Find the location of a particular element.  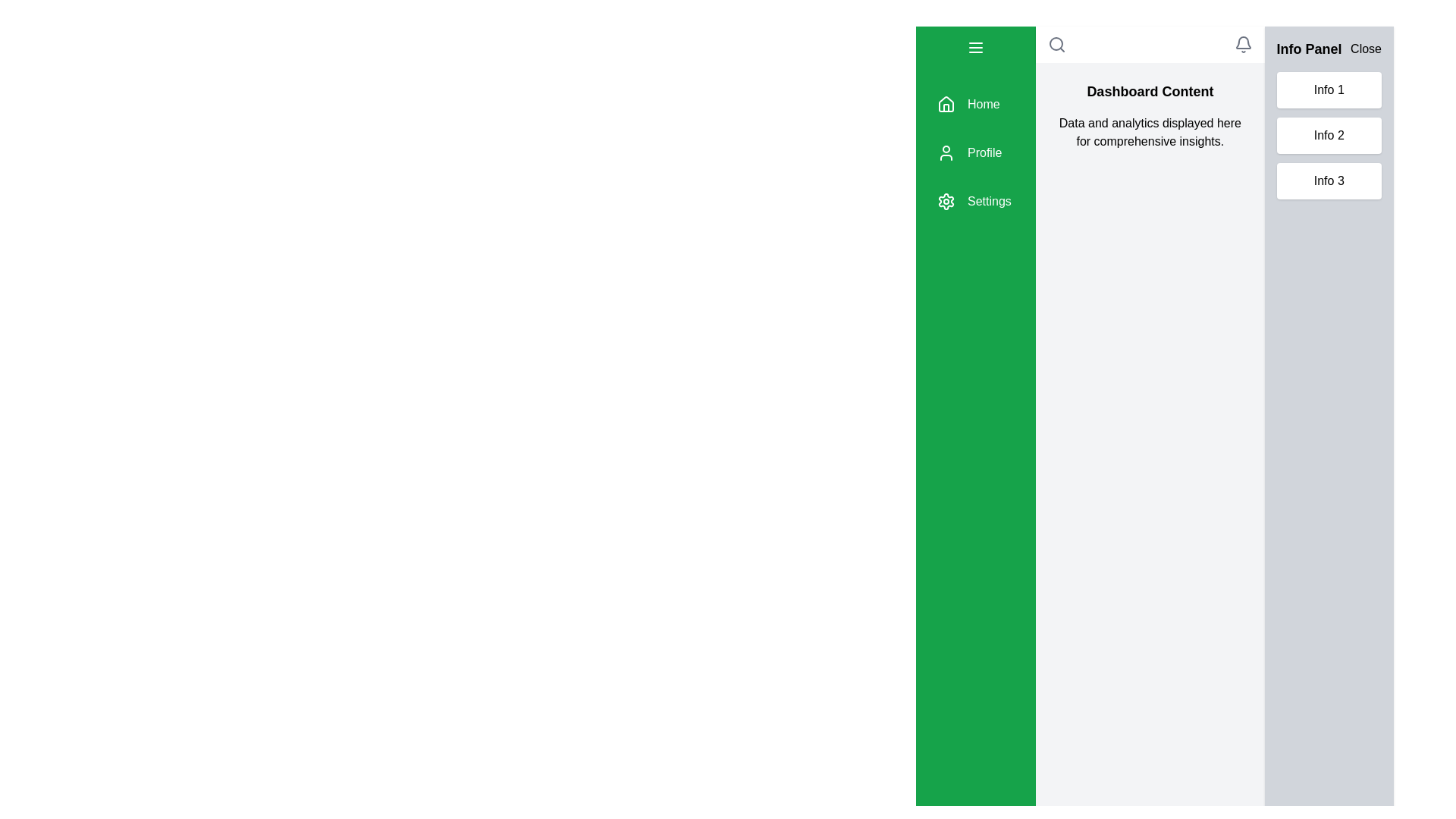

the 'Settings' label, which is displayed in white font on a green background, located in the vertical navigation bar as the third item after 'Home' and 'Profile' is located at coordinates (989, 201).